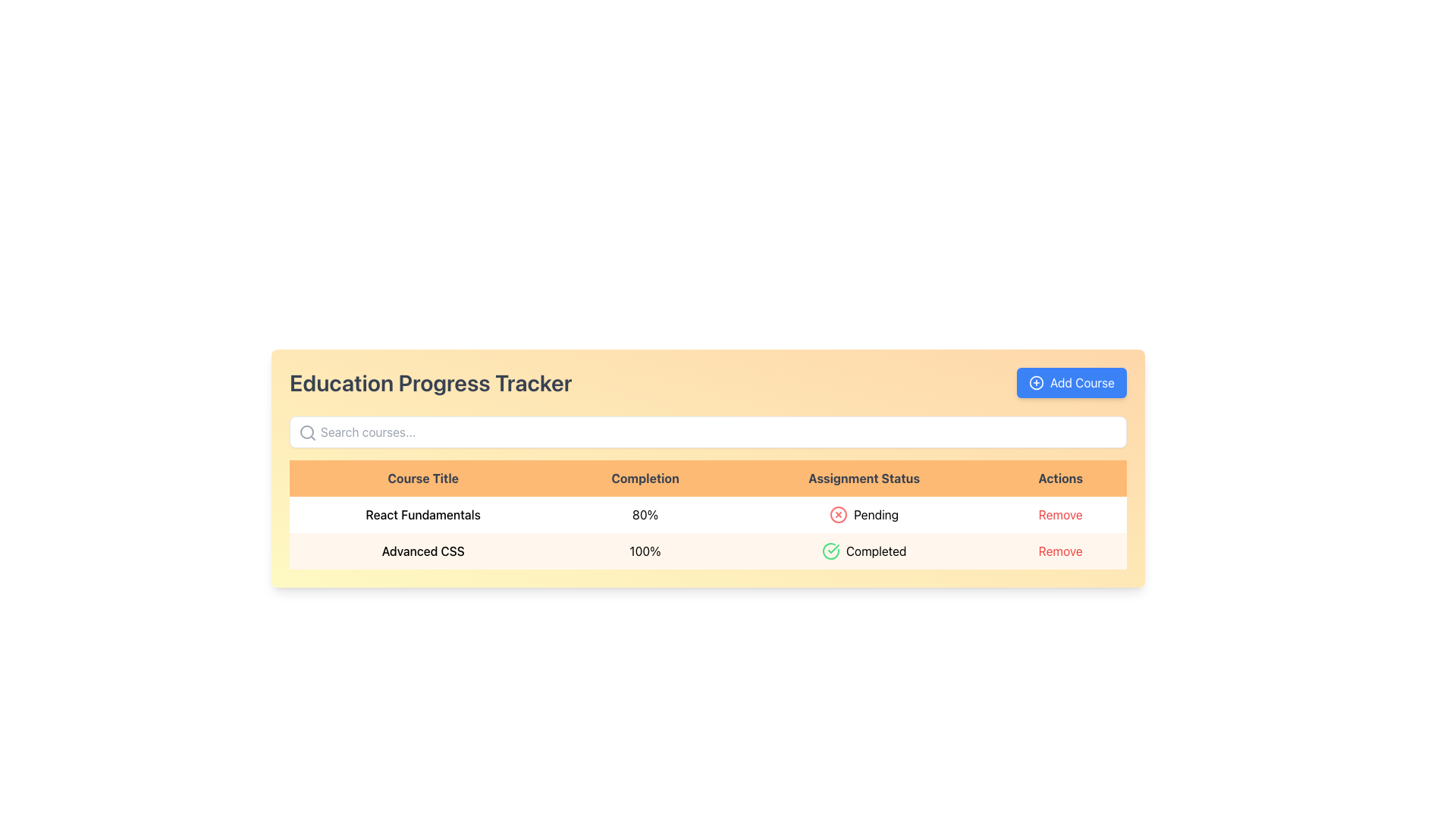  I want to click on the static text label "React Fundamentals" that is aligned to the left within its cell in the table, which is the first column of the row titled "Course Title.", so click(423, 513).